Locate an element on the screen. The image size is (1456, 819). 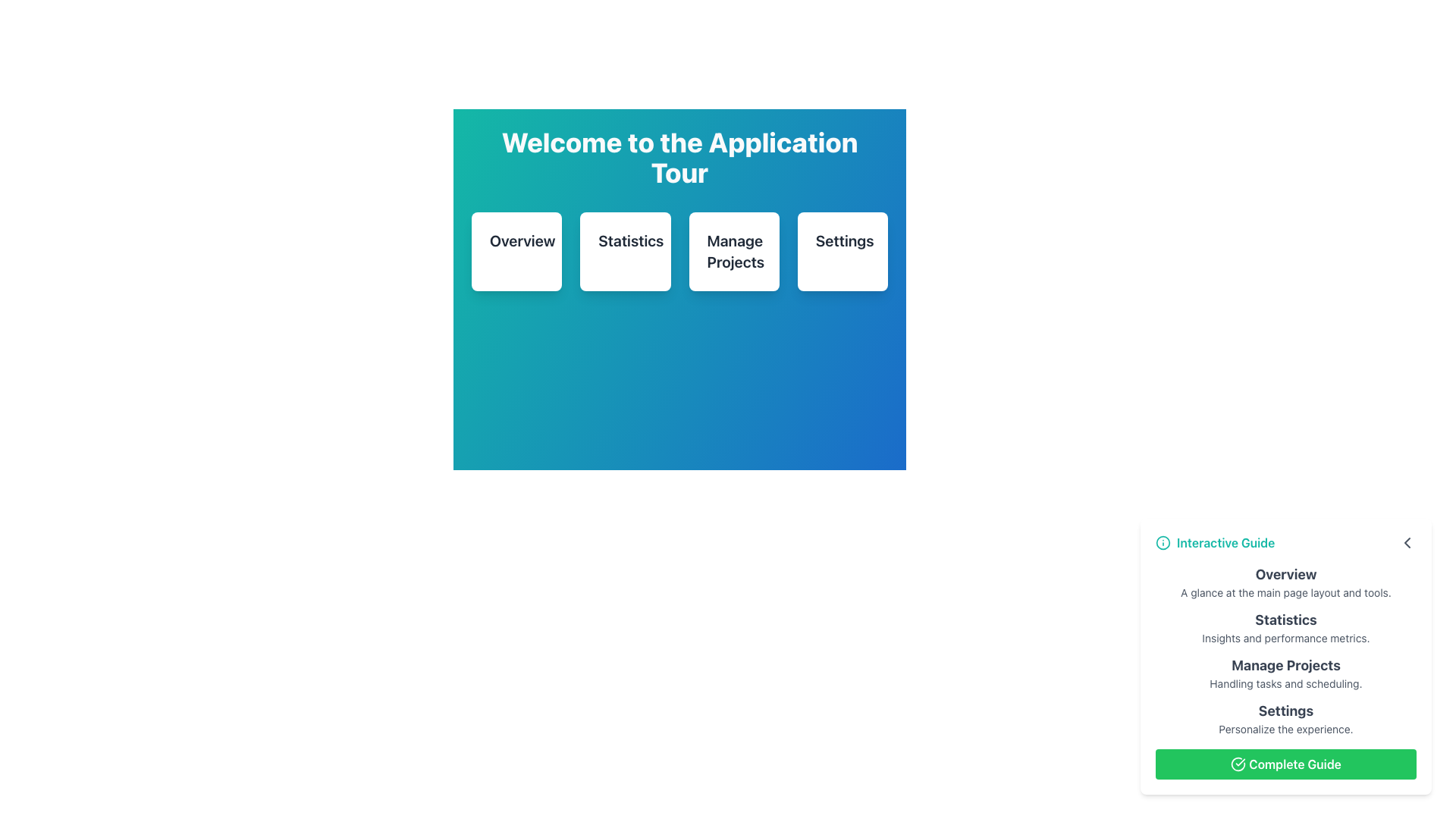
the 'Overview' informational card, which is a white, rounded rectangle with a shadow effect containing the text 'Overview' in bold, dark gray font is located at coordinates (516, 250).